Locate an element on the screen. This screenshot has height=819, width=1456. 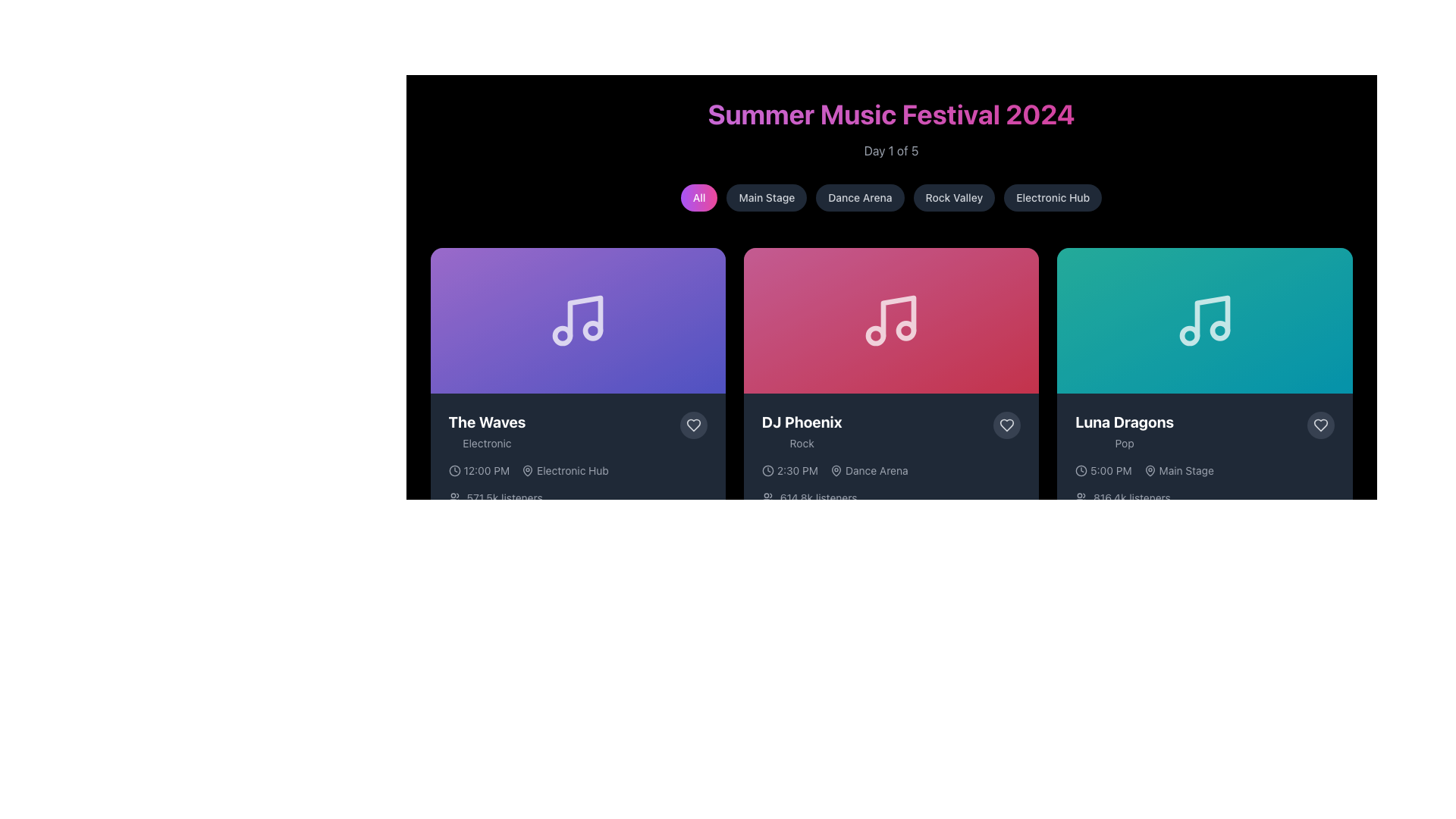
the filter button for 'Main Stage' located below the 'Summer Music Festival 2024' title is located at coordinates (767, 197).